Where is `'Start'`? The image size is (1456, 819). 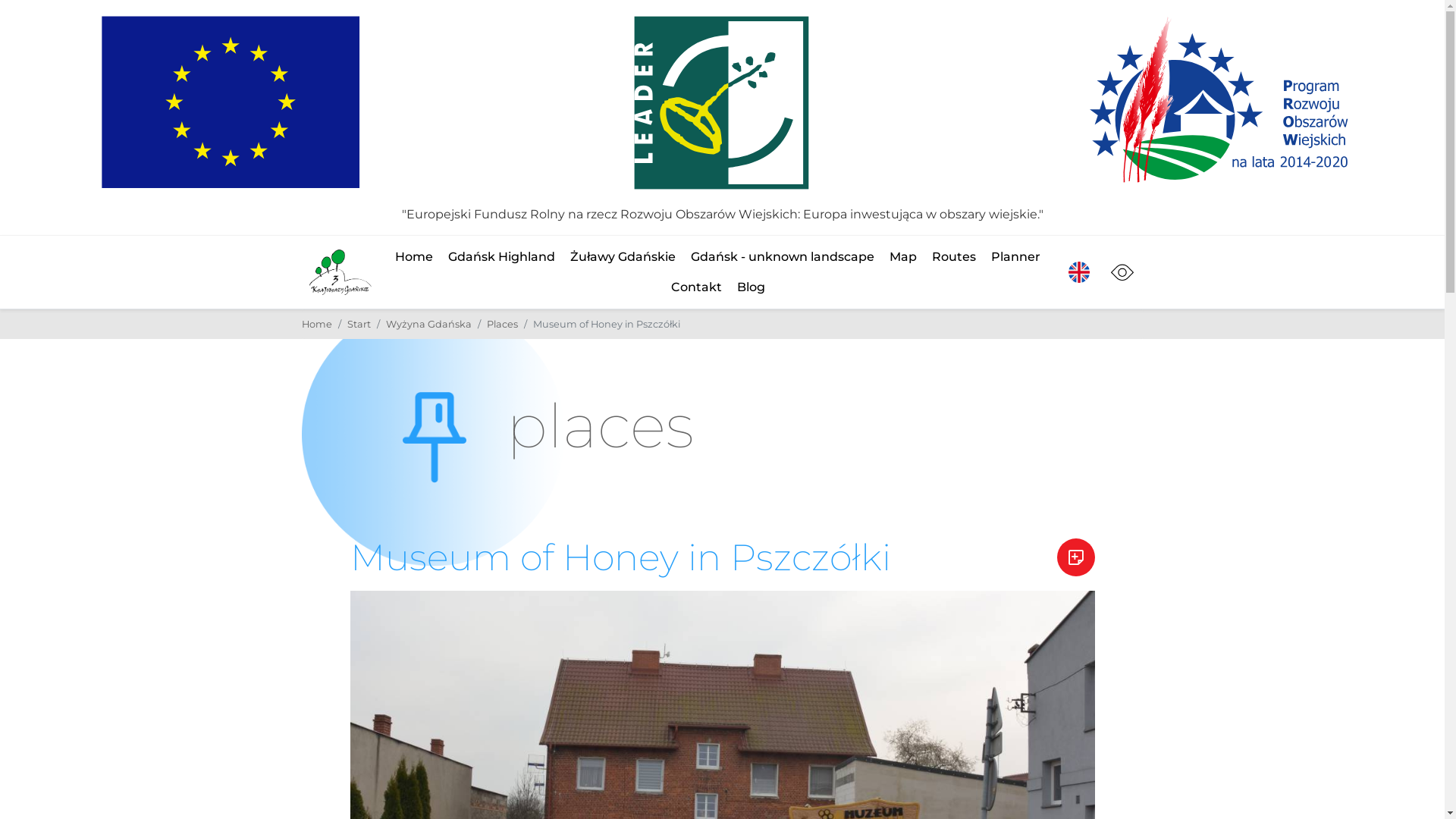
'Start' is located at coordinates (358, 323).